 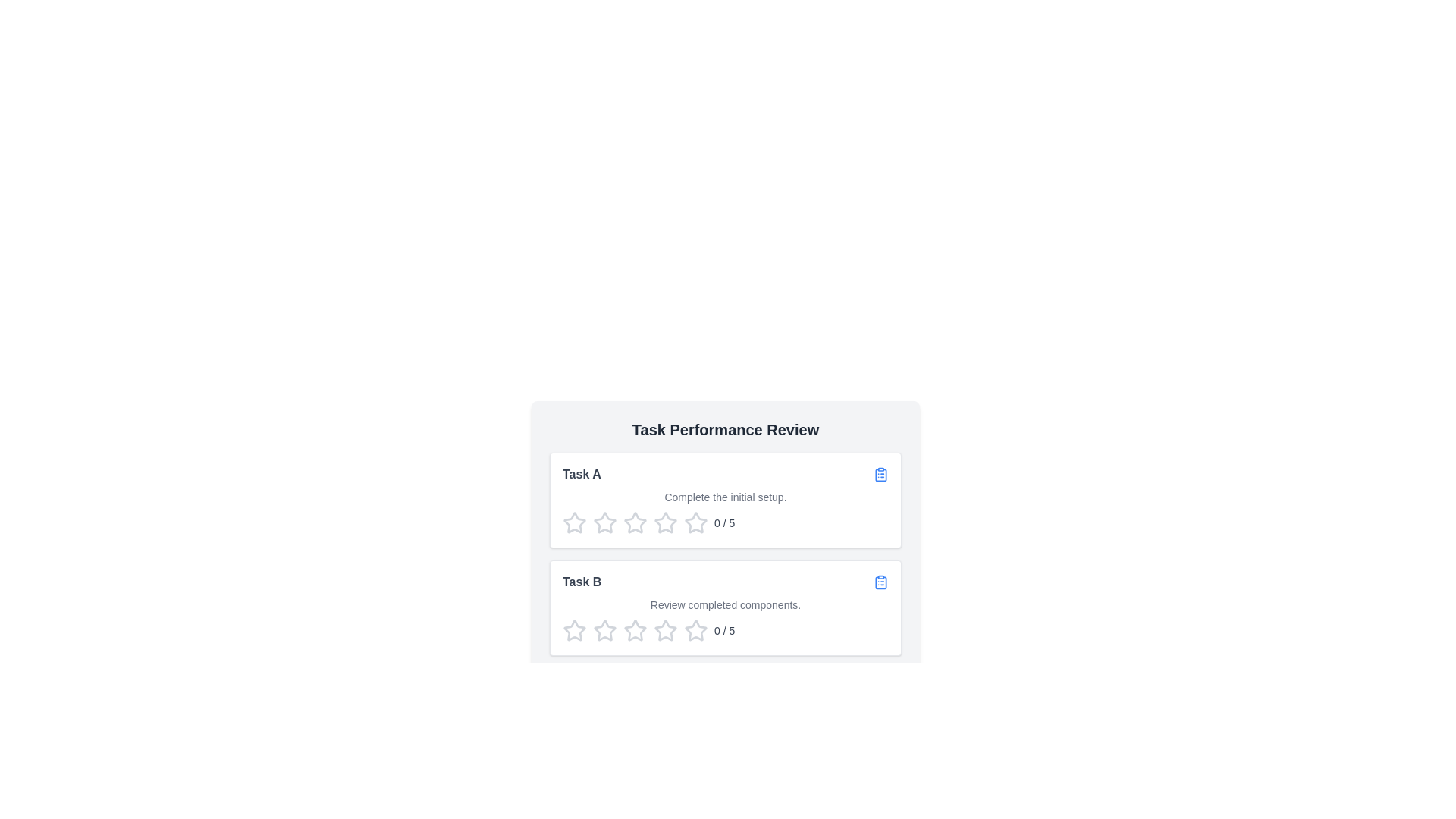 What do you see at coordinates (635, 630) in the screenshot?
I see `the second star icon in the rating row under the 'Task B' section` at bounding box center [635, 630].